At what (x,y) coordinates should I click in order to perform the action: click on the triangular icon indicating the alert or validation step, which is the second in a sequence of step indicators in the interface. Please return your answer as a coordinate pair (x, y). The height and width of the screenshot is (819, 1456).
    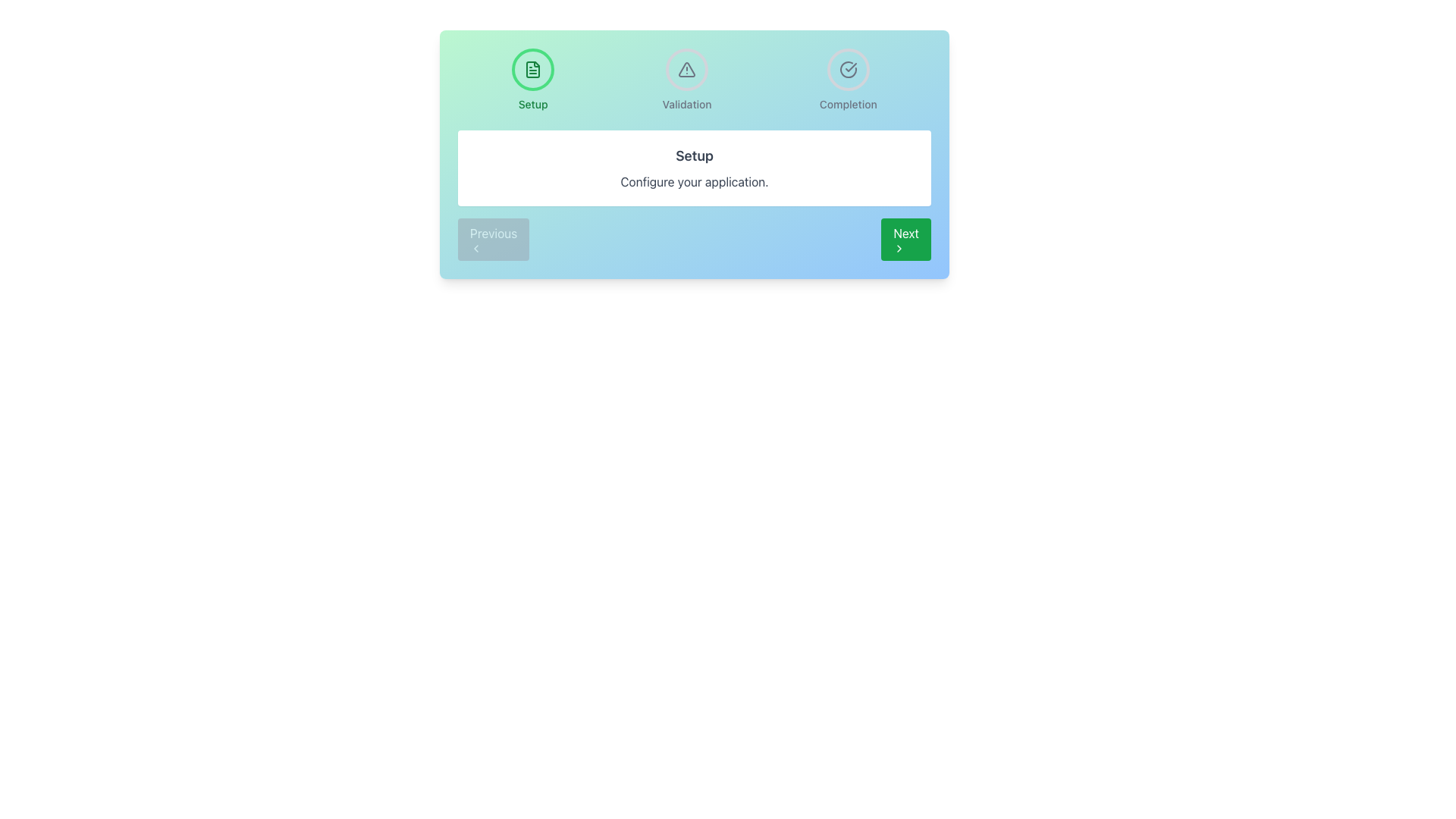
    Looking at the image, I should click on (686, 70).